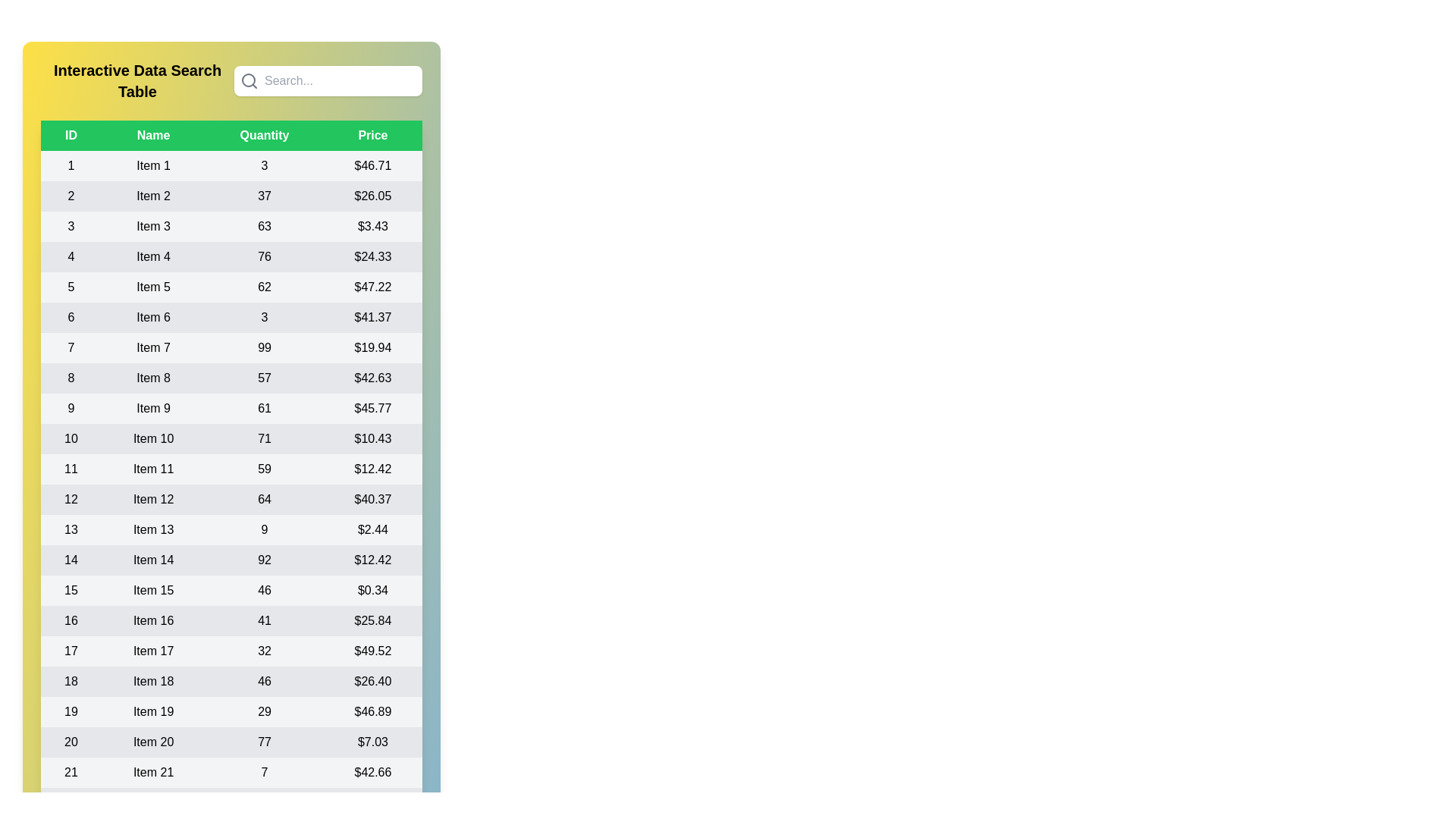 The height and width of the screenshot is (819, 1456). I want to click on the clear button to reset the search field, so click(422, 96).